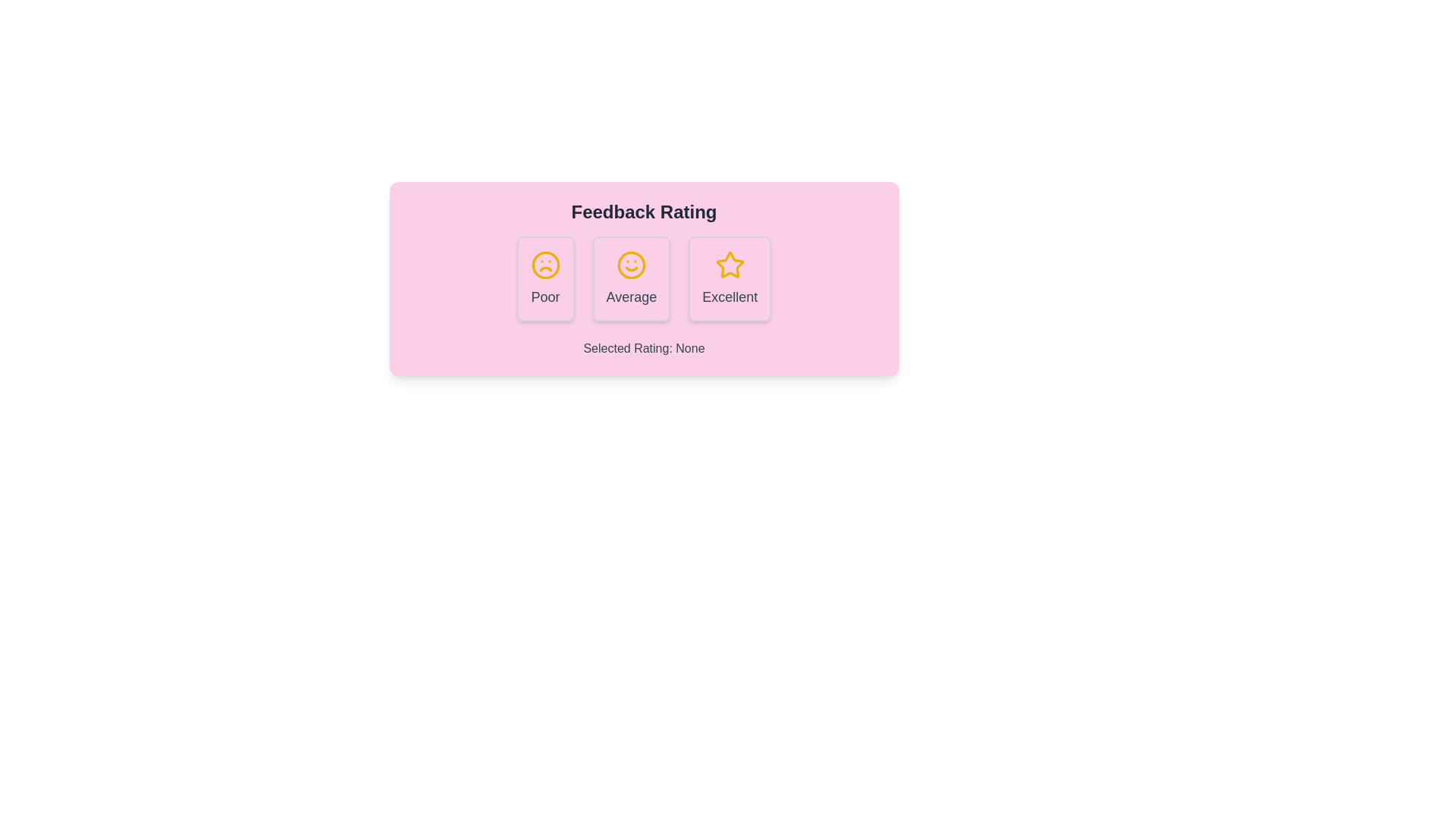 This screenshot has height=819, width=1456. I want to click on the yellow face icon with a frowning expression, so click(545, 265).